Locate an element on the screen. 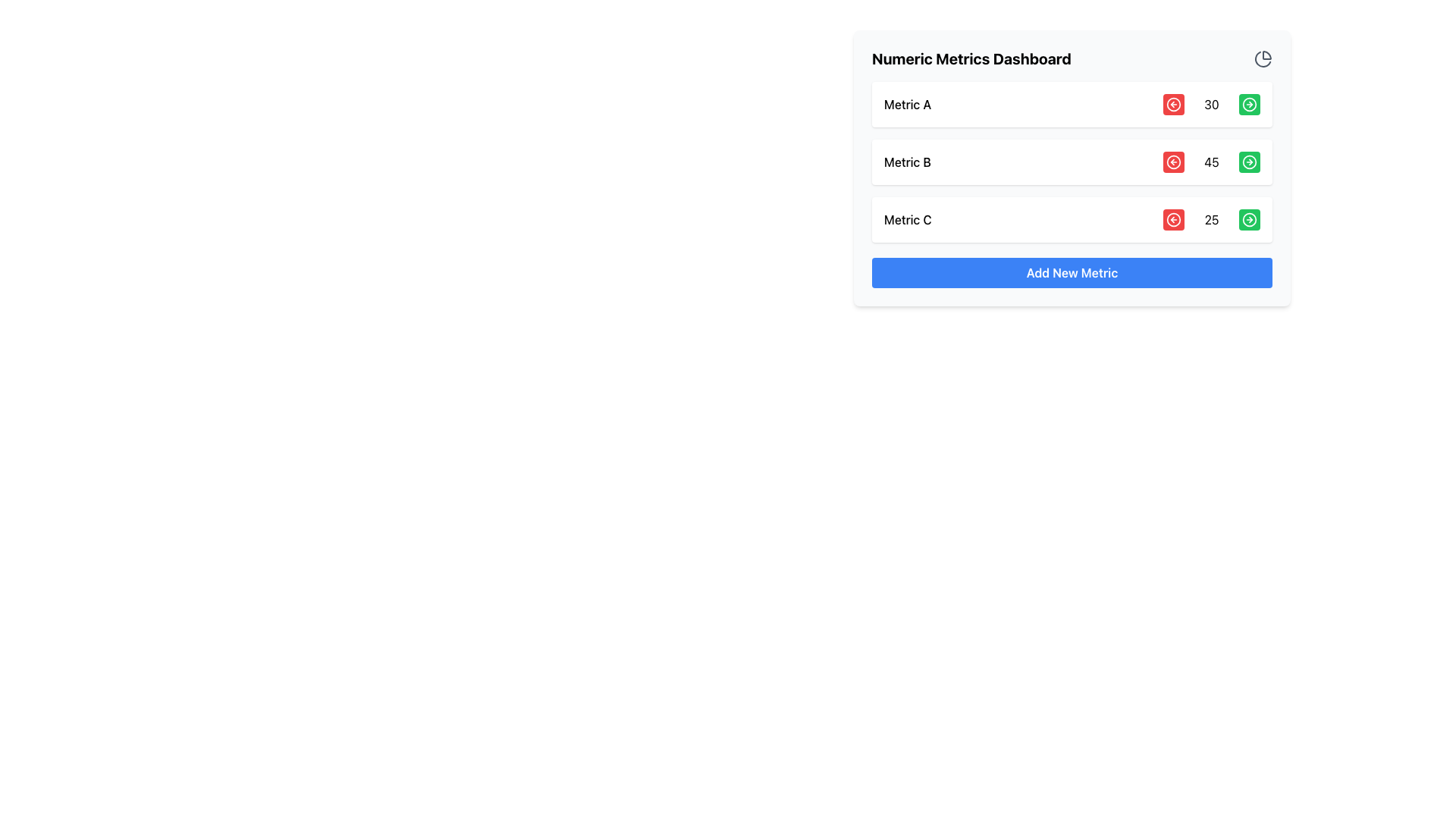  the Text Label displaying 'Metric B', which is the primary descriptor for the second item in the Numeric Metrics Dashboard list is located at coordinates (907, 162).